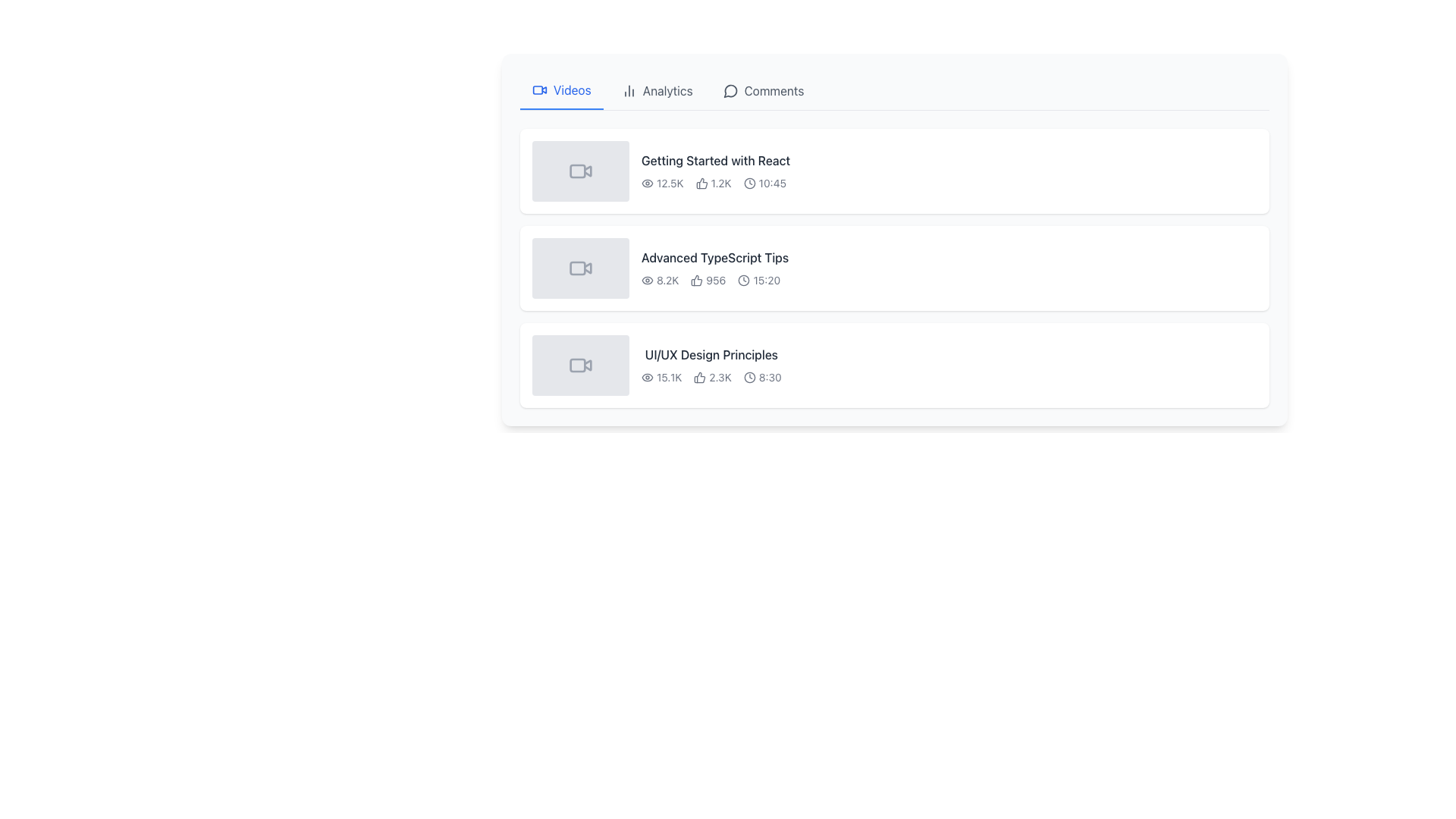 This screenshot has height=819, width=1456. I want to click on the circular SVG shape representing the clock face, which is part of the clock icon adjacent to the time label '15:20' in the list item titled 'Advanced TypeScript Tips', so click(744, 281).